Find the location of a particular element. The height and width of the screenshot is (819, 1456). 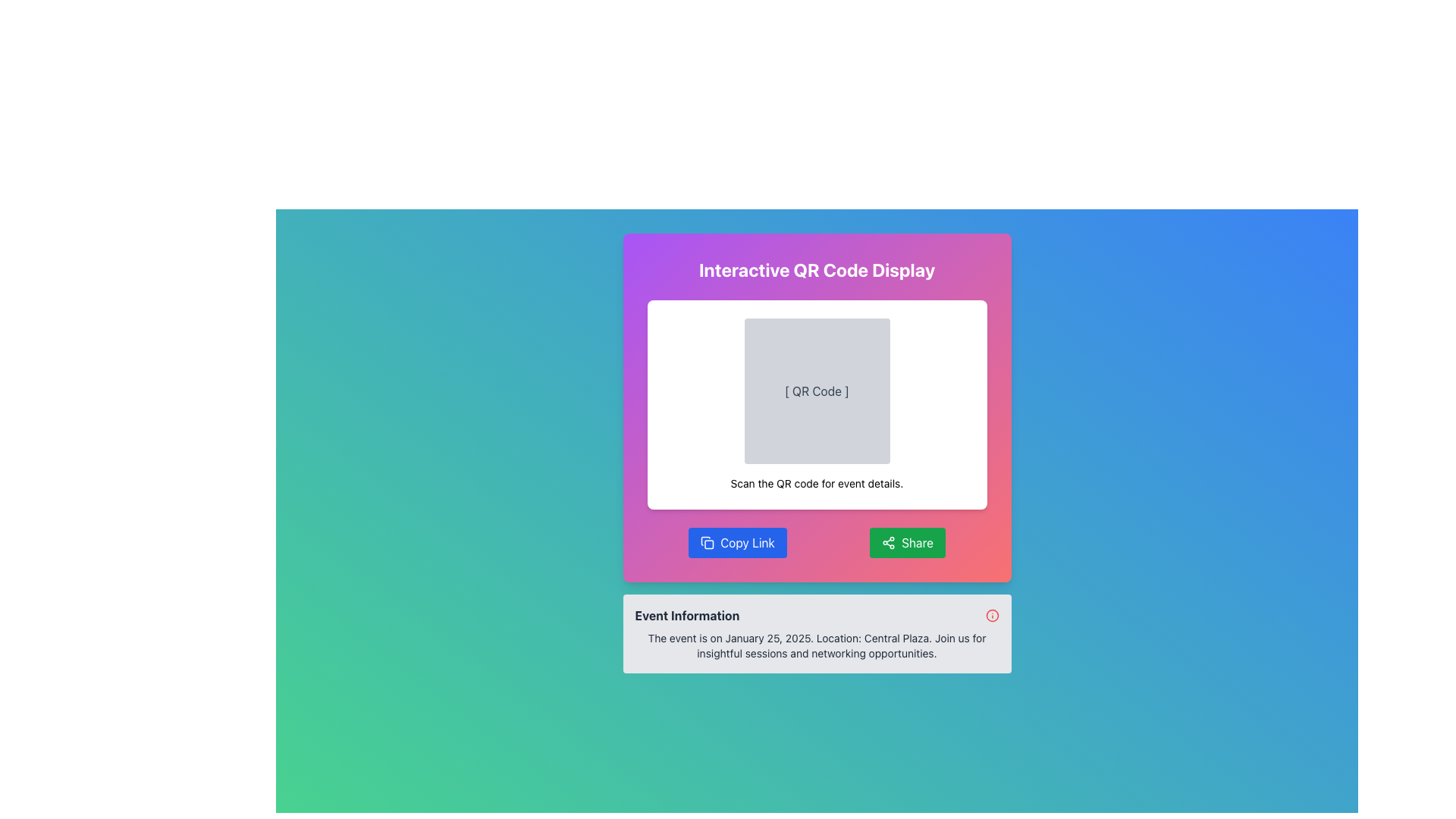

the small circular red button with an 'i' symbol located at the far right side of the 'Event Information' box is located at coordinates (992, 616).